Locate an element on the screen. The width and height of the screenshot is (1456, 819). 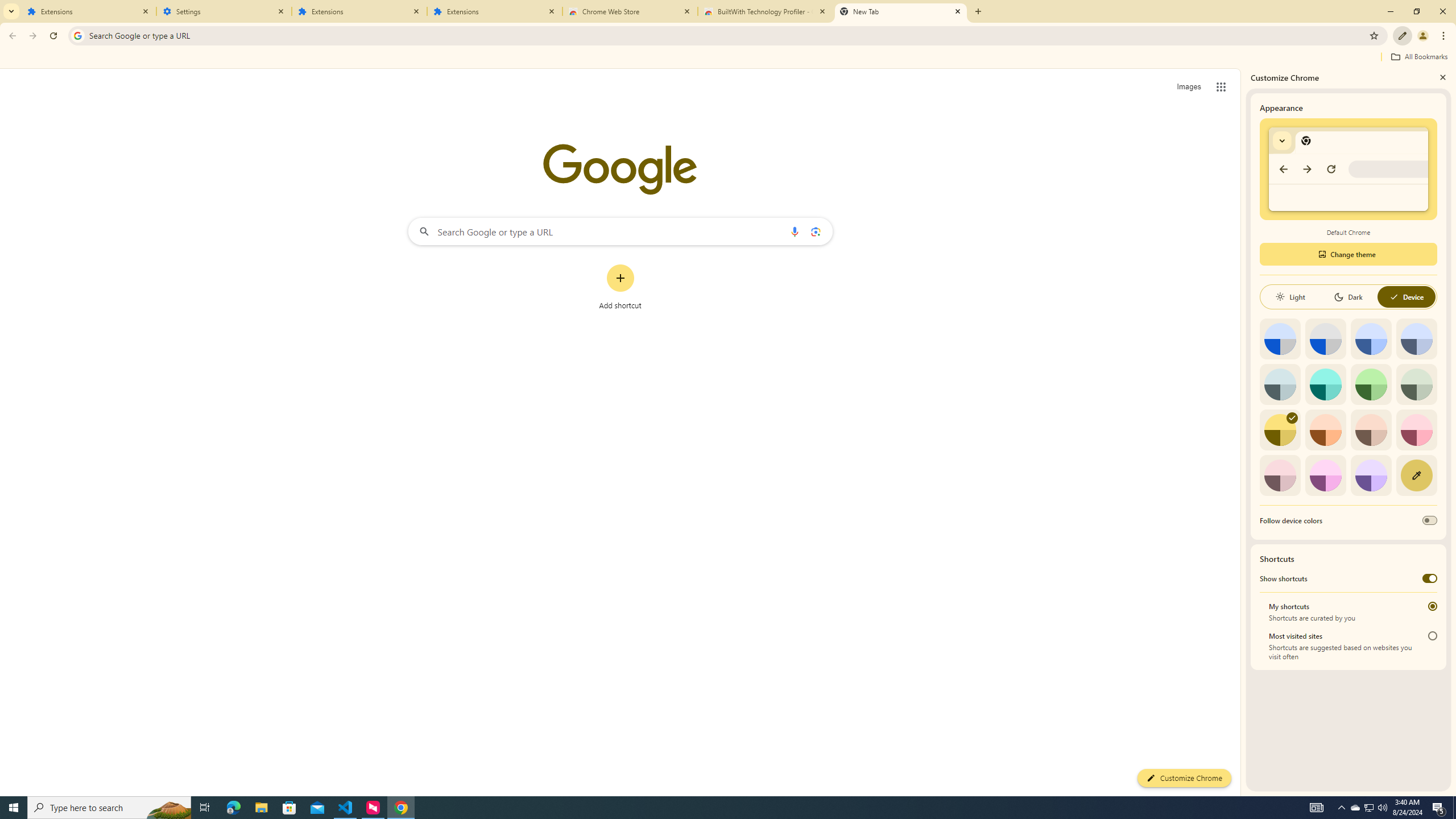
'Aqua' is located at coordinates (1325, 383).